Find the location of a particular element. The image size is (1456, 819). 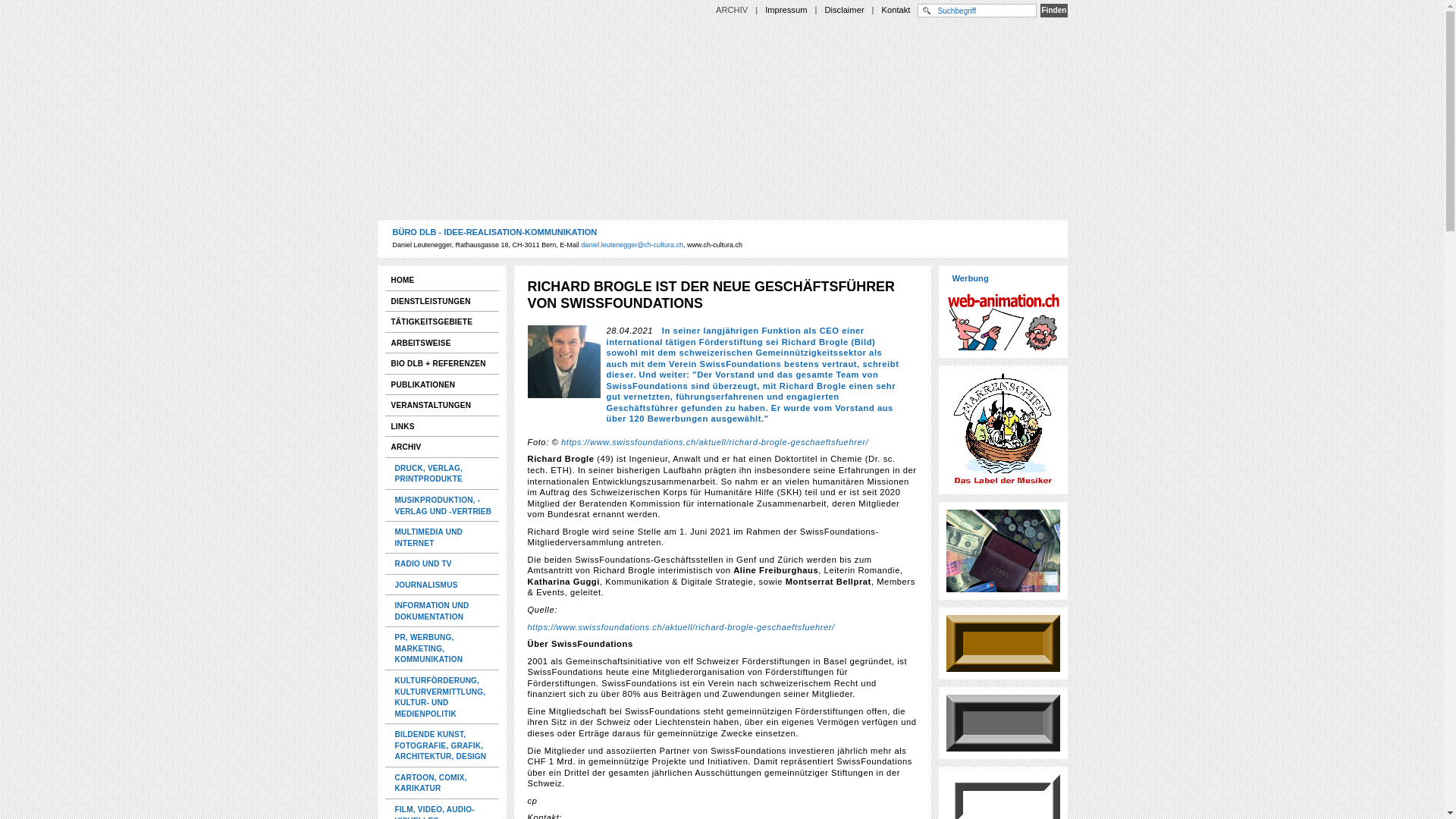

'JOURNALISMUS' is located at coordinates (442, 584).